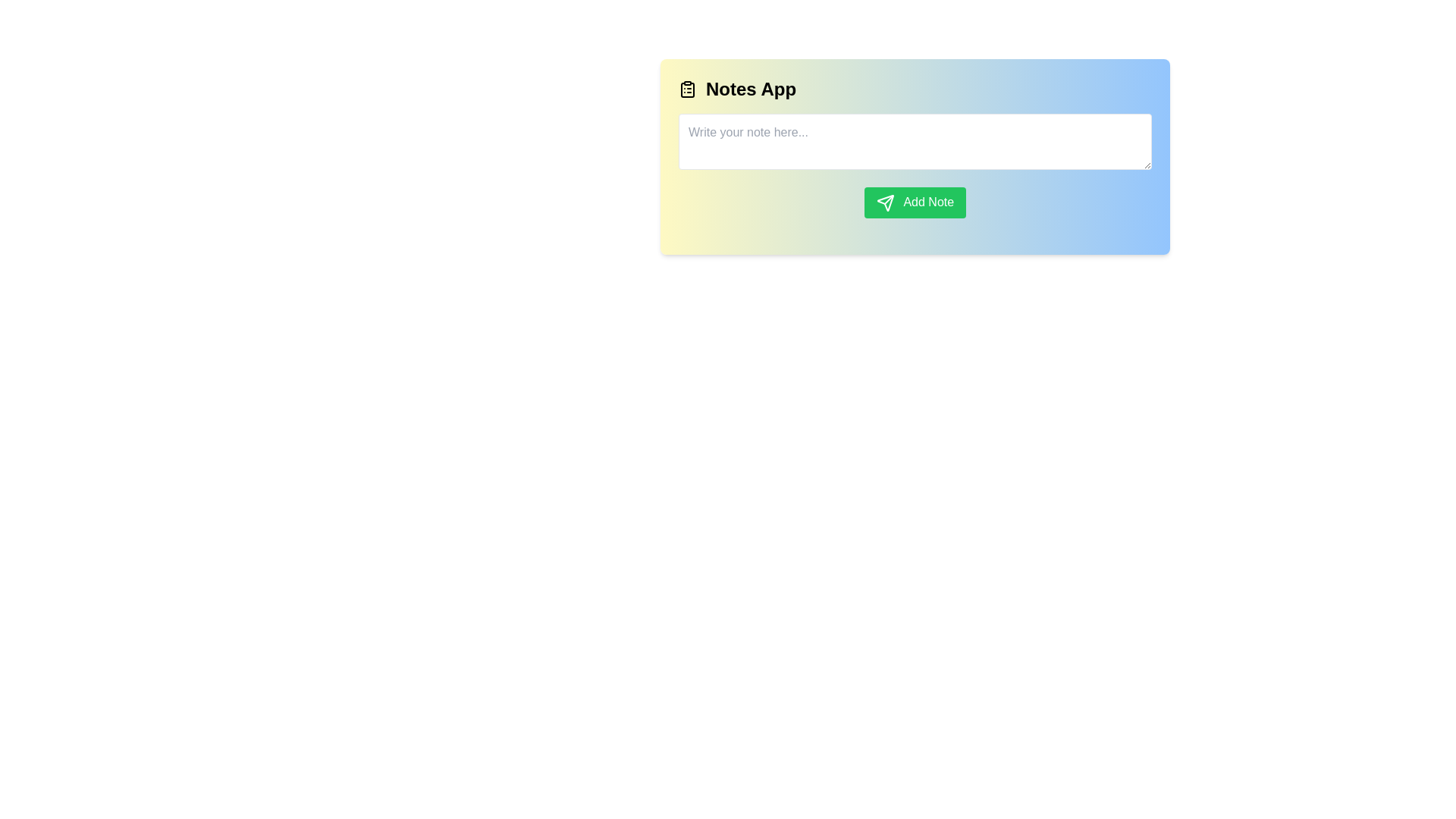 Image resolution: width=1456 pixels, height=819 pixels. I want to click on the clipboard icon with a list, located to the left of the 'Notes App' text, so click(687, 89).